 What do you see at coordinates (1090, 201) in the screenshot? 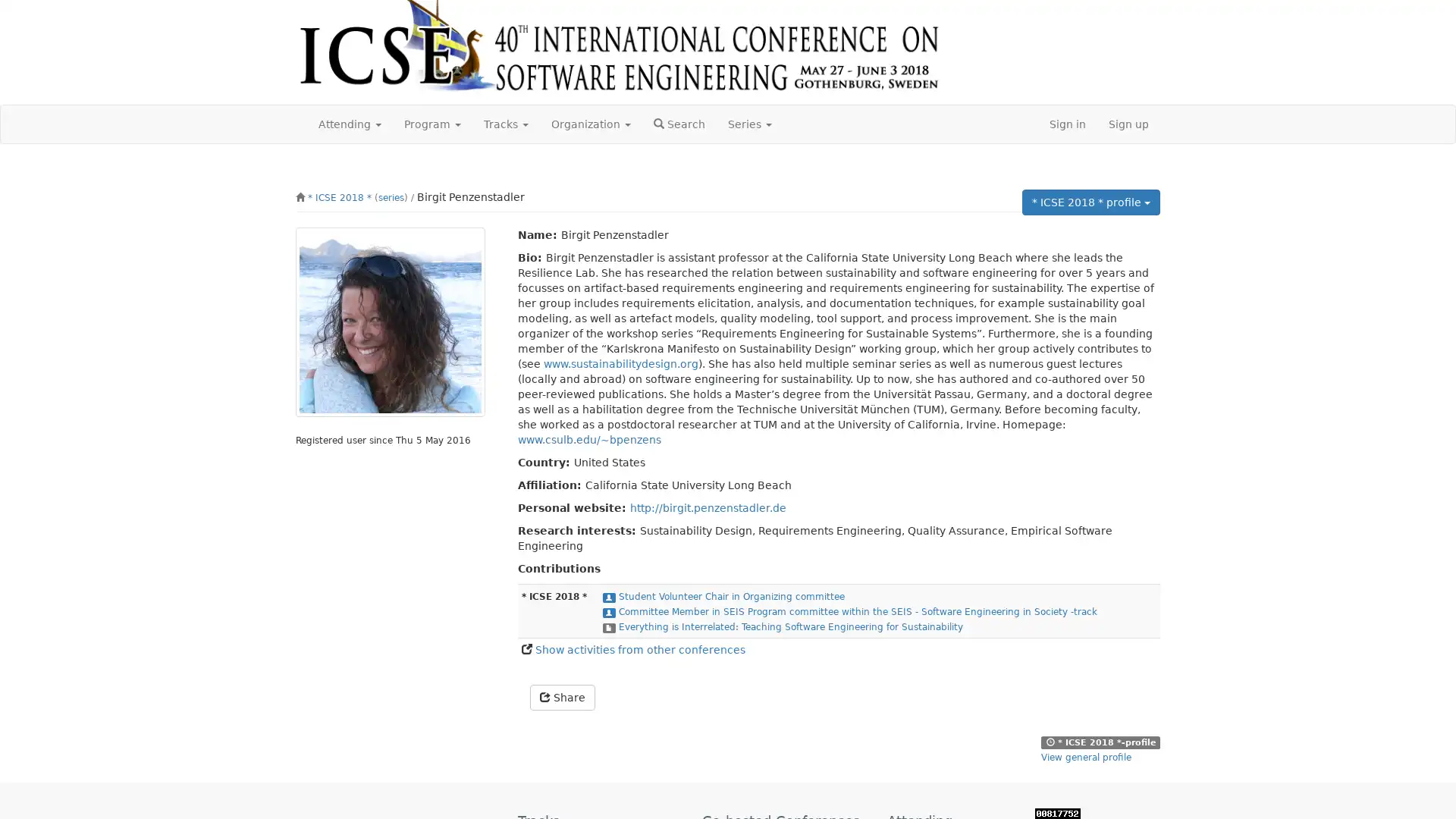
I see `* ICSE 2018 * profile` at bounding box center [1090, 201].